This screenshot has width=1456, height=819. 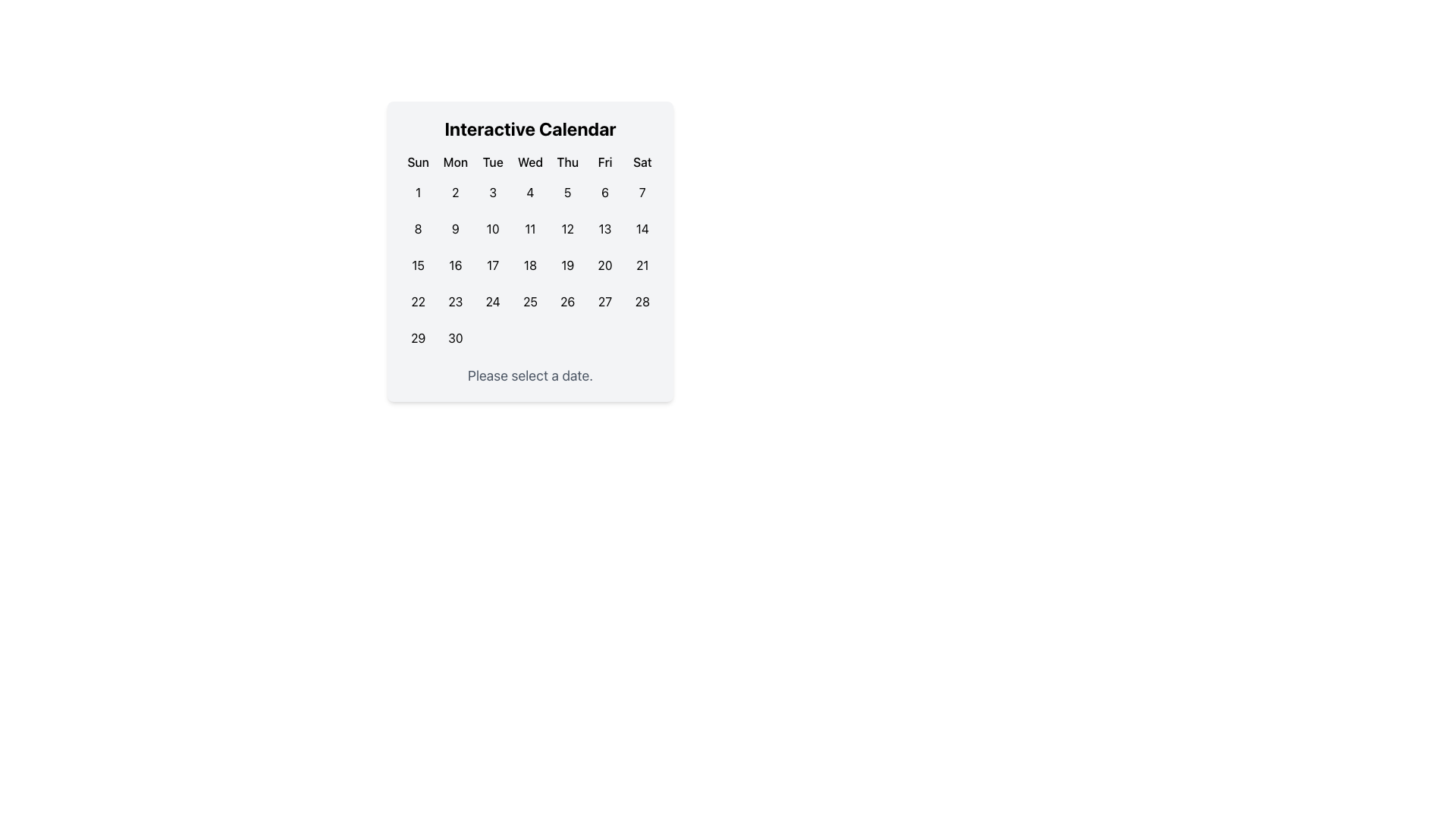 What do you see at coordinates (604, 265) in the screenshot?
I see `the square-shaped button displaying the number '20' in the center` at bounding box center [604, 265].